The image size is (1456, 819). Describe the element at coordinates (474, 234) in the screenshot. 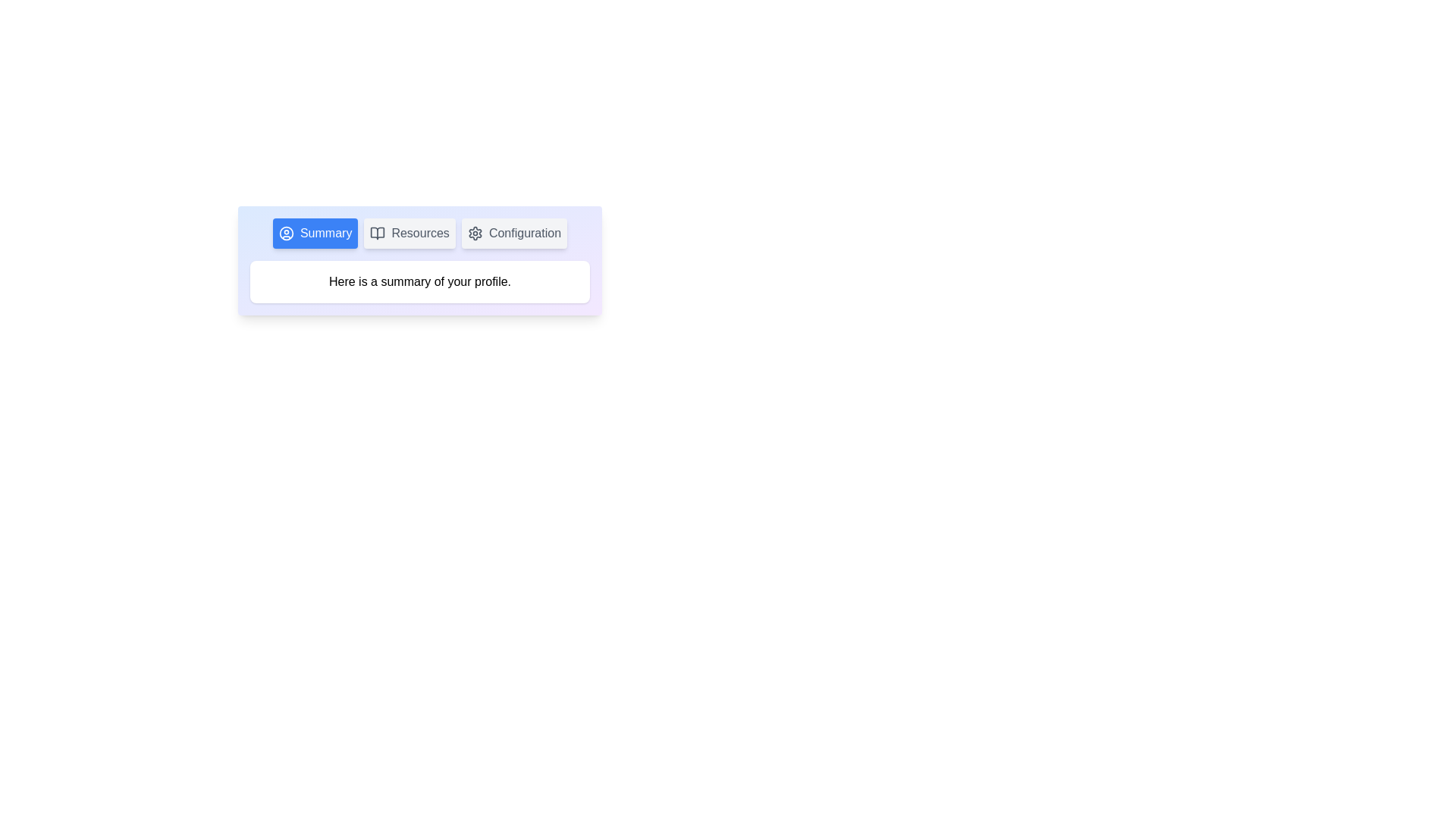

I see `the icon of the Configuration tab` at that location.